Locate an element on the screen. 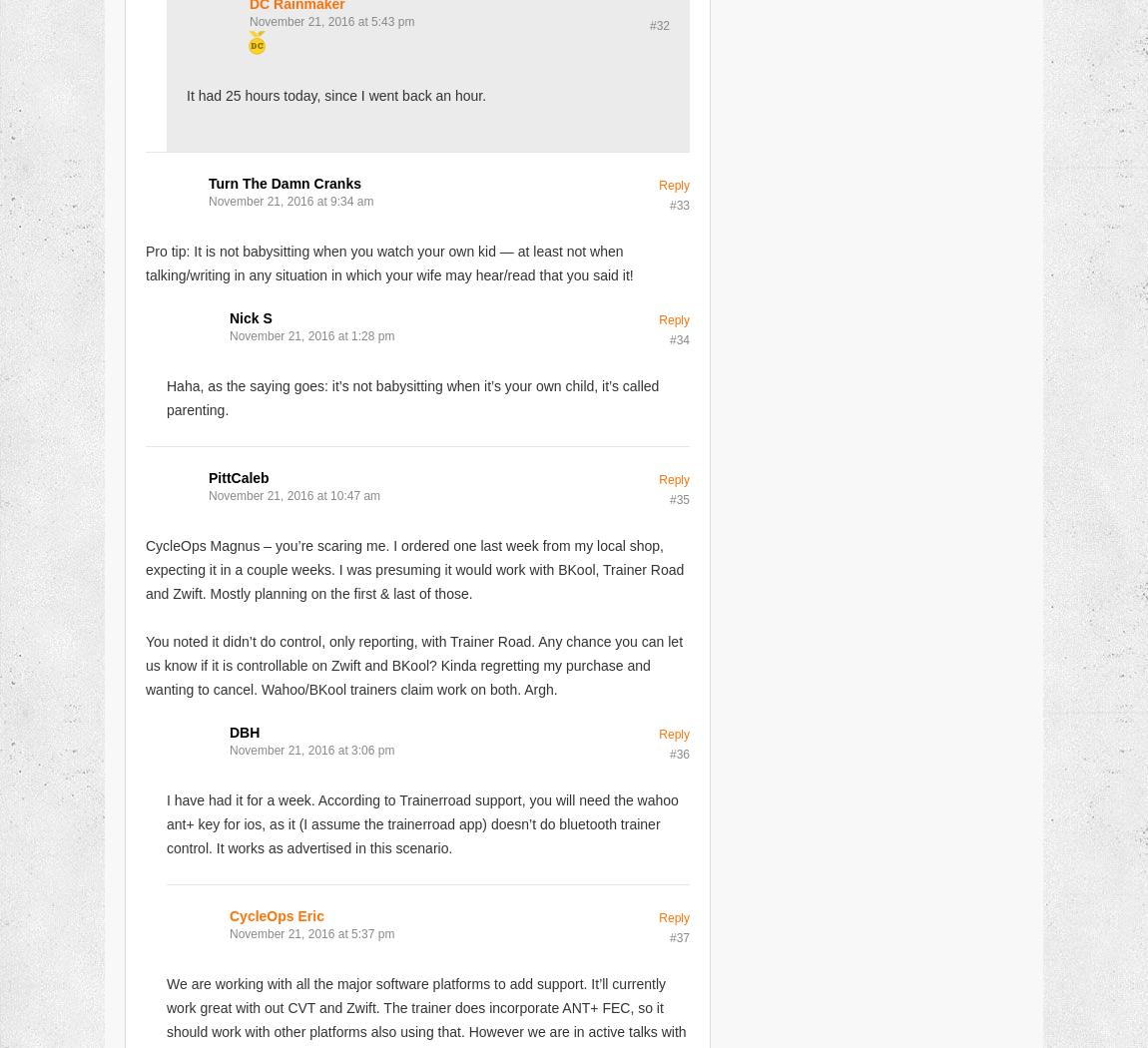 The width and height of the screenshot is (1148, 1048). 'PittCaleb' is located at coordinates (237, 476).